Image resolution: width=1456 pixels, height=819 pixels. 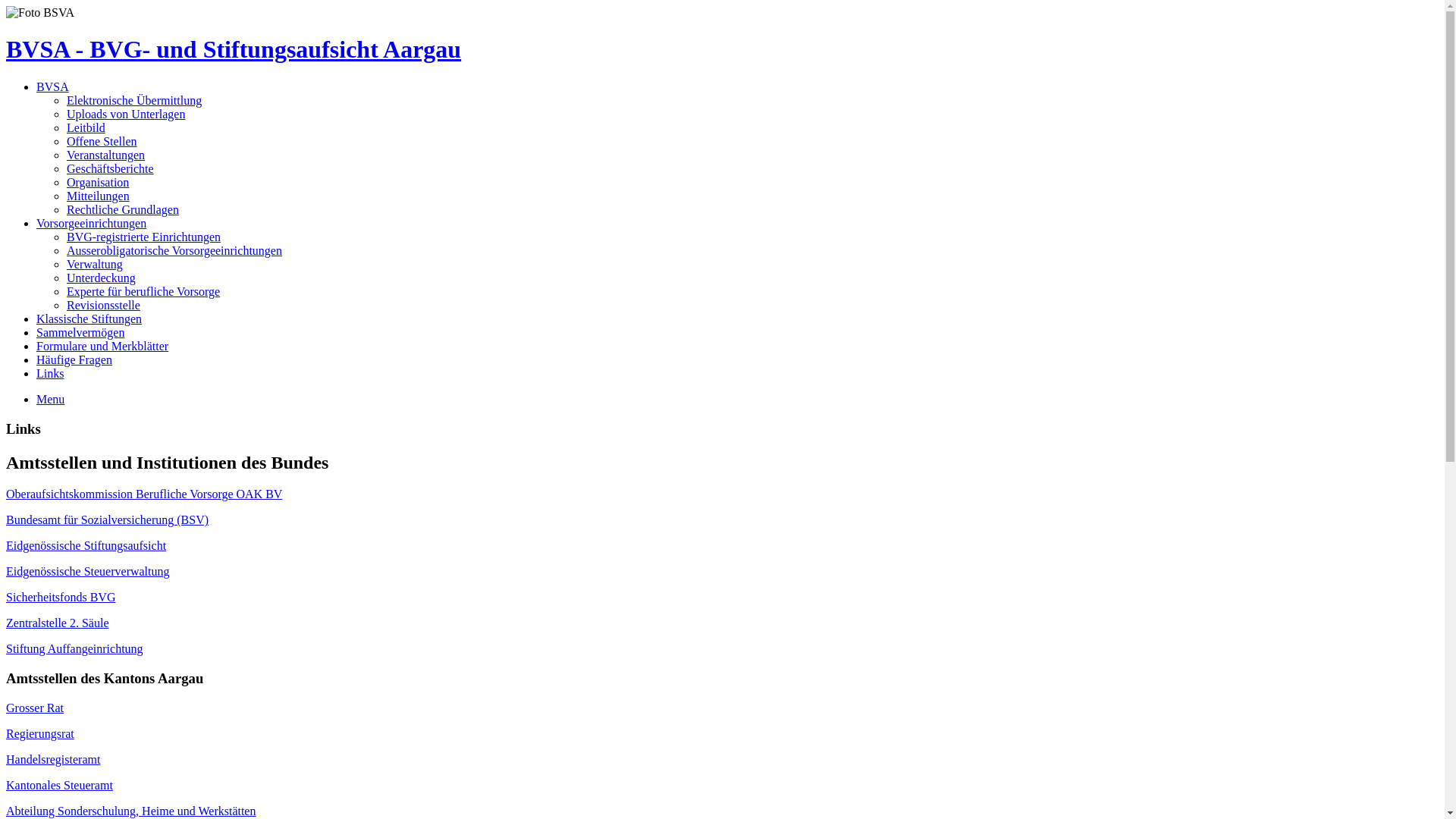 What do you see at coordinates (36, 373) in the screenshot?
I see `'Links'` at bounding box center [36, 373].